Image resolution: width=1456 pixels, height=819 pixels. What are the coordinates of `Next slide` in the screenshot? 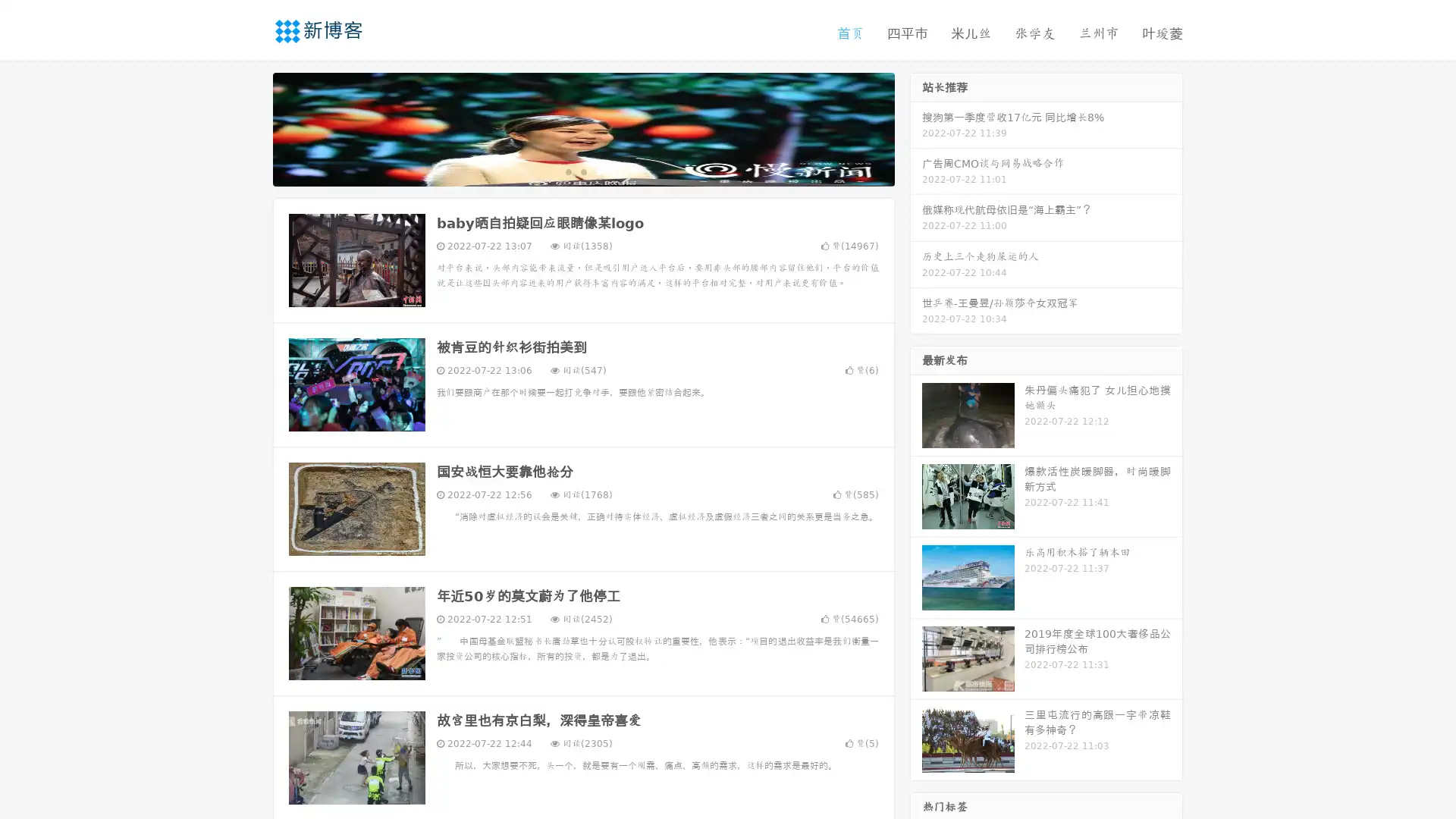 It's located at (916, 127).